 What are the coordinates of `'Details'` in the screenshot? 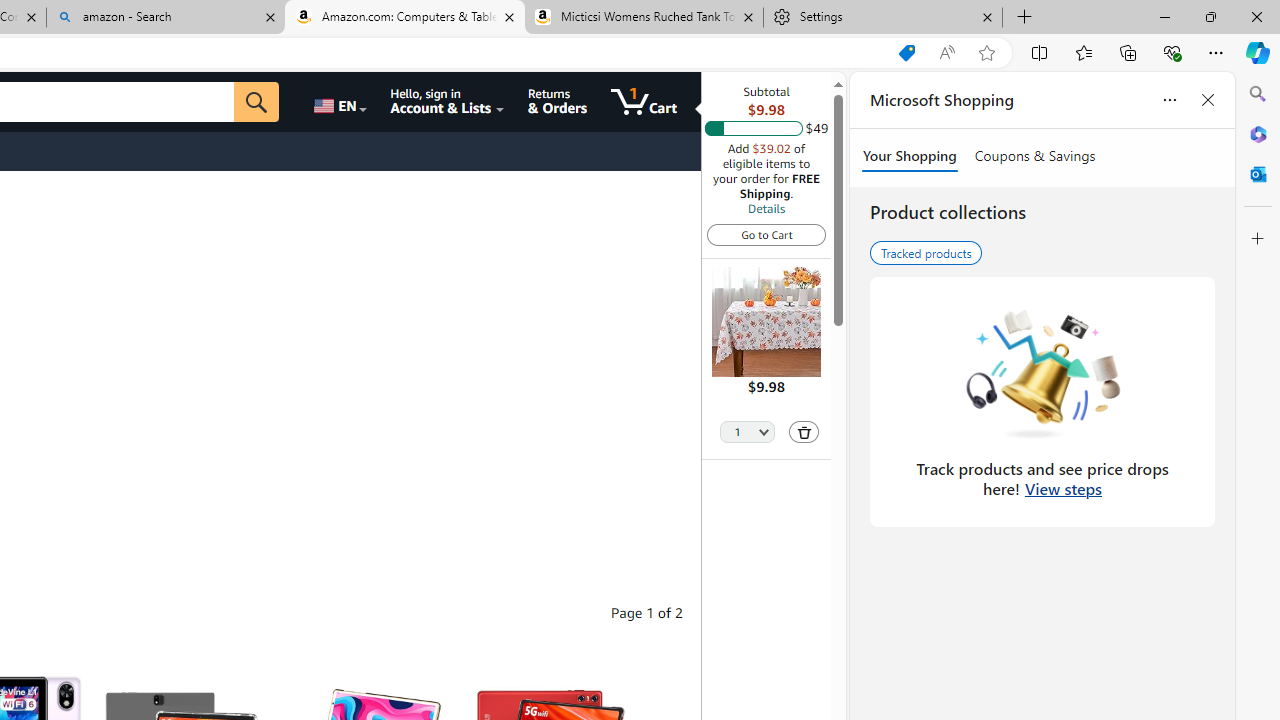 It's located at (765, 208).